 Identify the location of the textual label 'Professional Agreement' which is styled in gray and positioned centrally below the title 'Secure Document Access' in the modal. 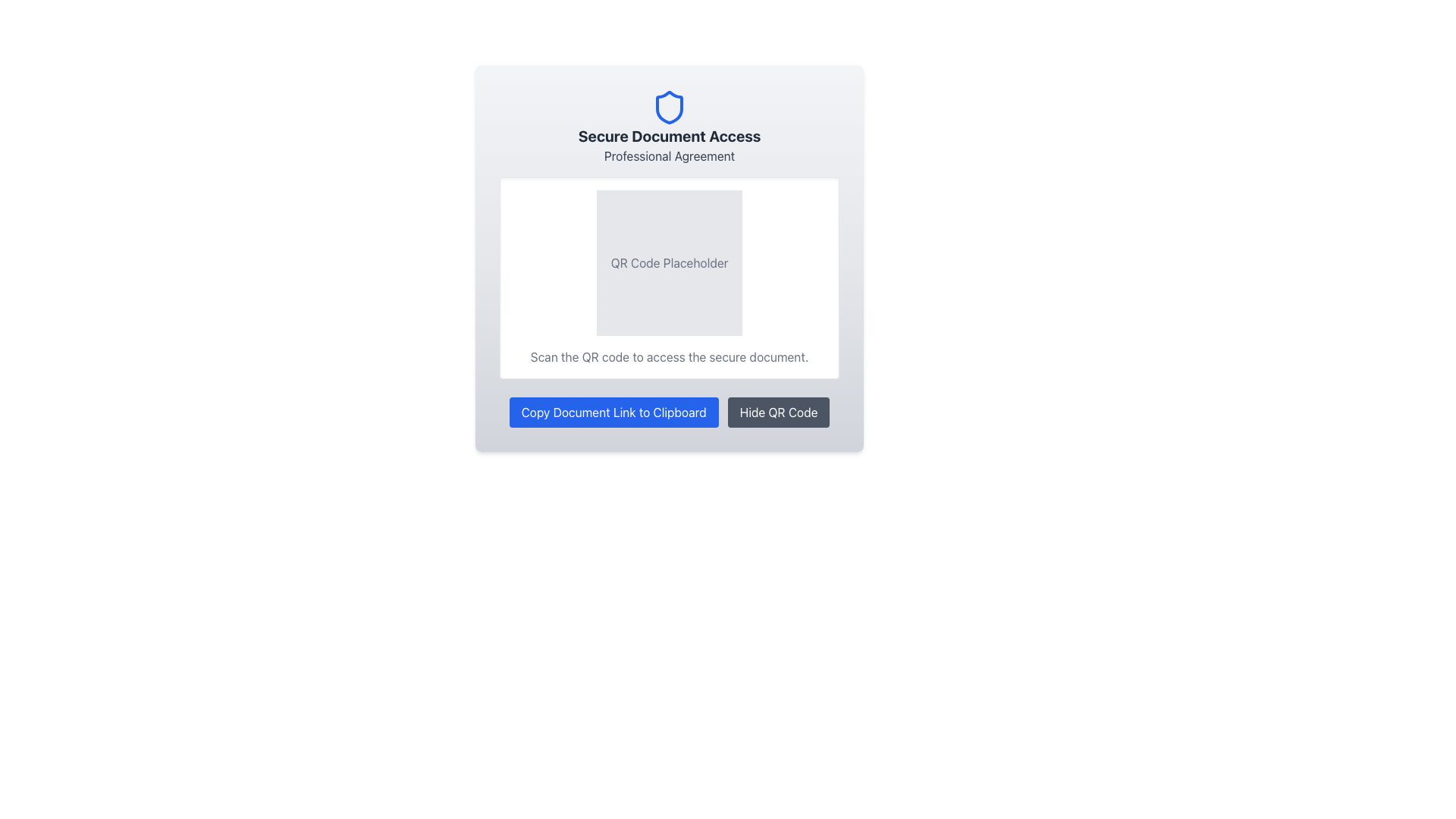
(669, 155).